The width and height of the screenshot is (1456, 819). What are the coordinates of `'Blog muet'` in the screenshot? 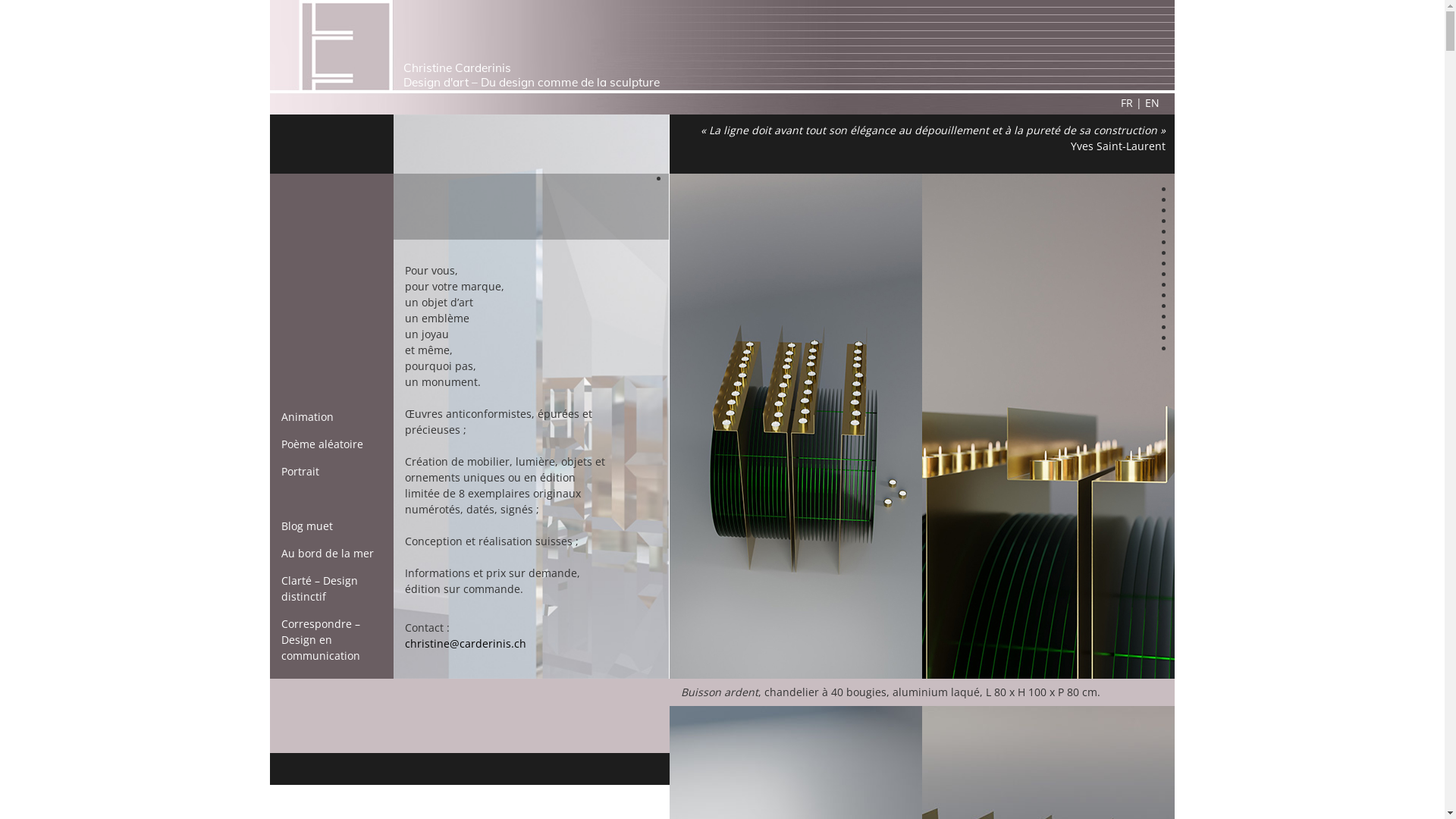 It's located at (306, 525).